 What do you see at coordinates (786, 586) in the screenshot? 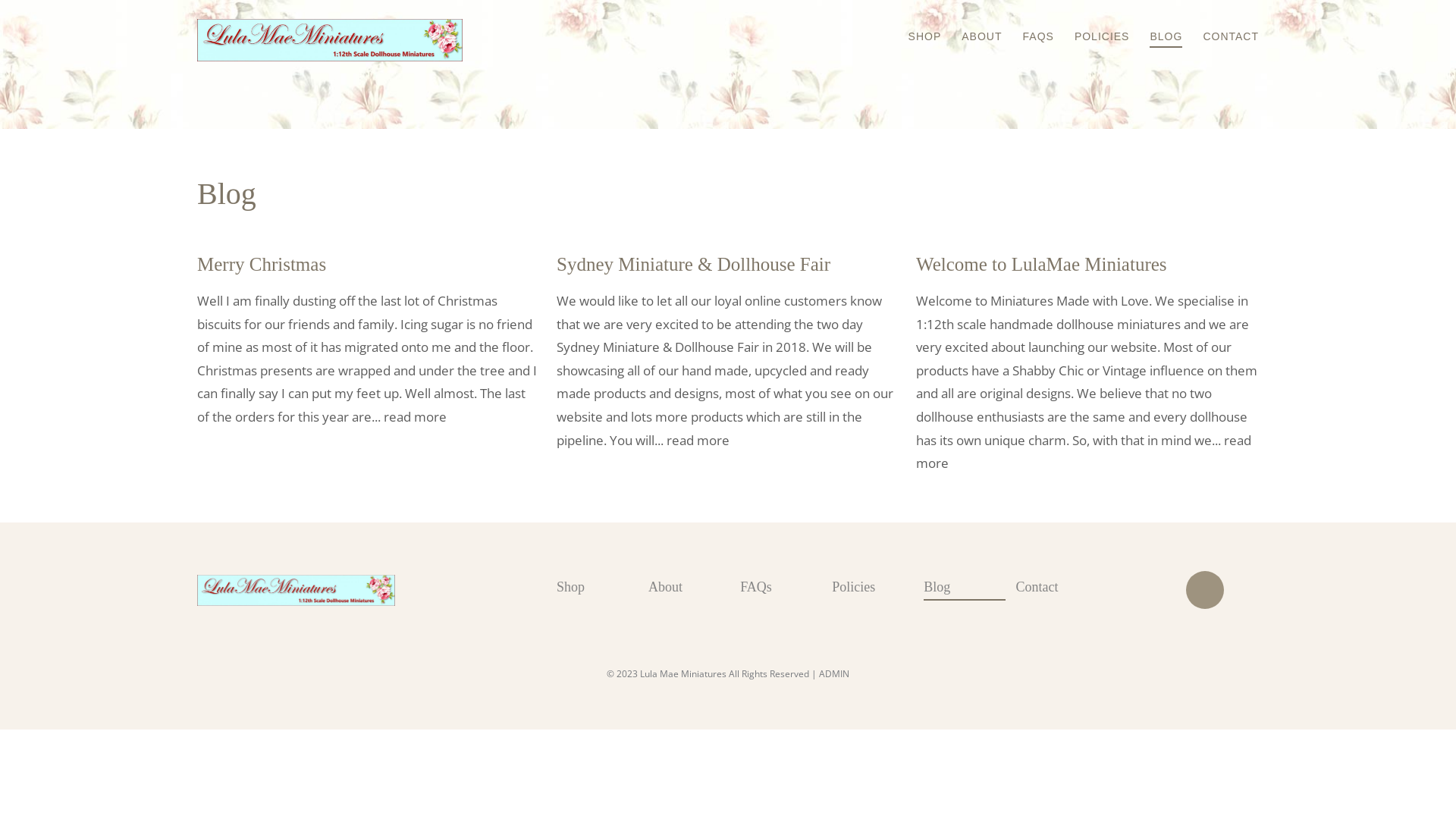
I see `'FAQs'` at bounding box center [786, 586].